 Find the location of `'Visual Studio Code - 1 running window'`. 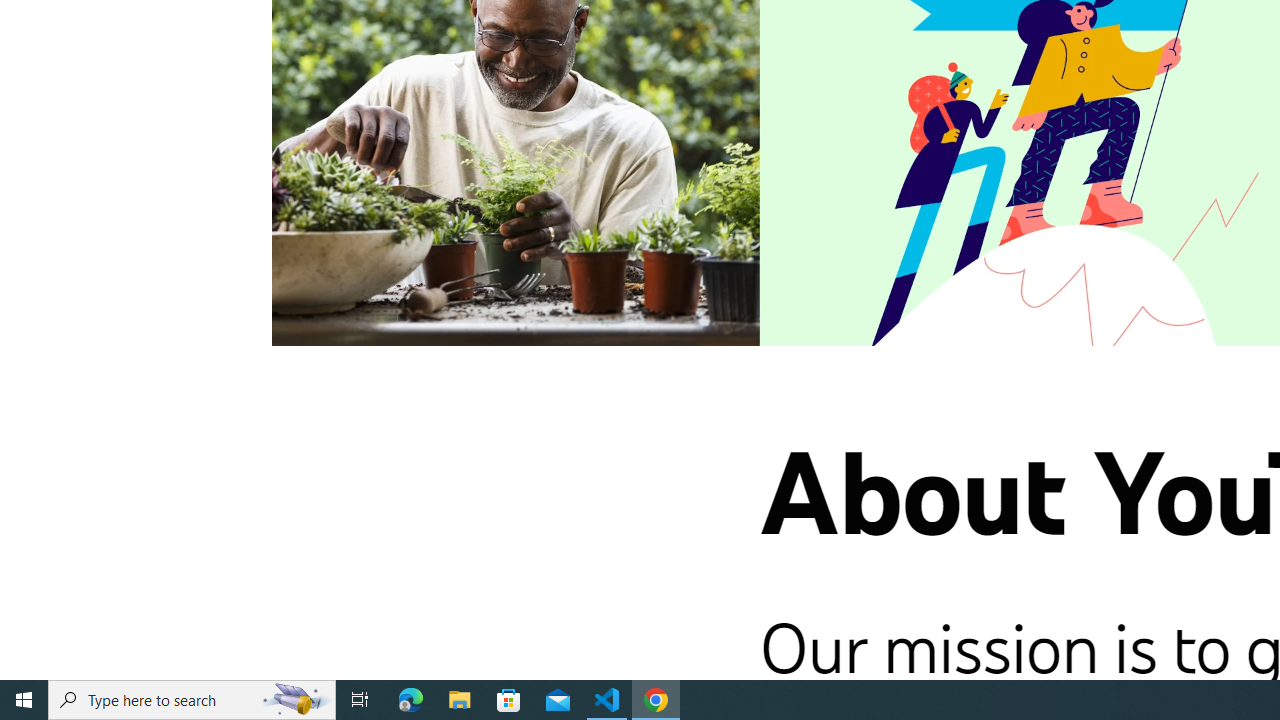

'Visual Studio Code - 1 running window' is located at coordinates (606, 698).